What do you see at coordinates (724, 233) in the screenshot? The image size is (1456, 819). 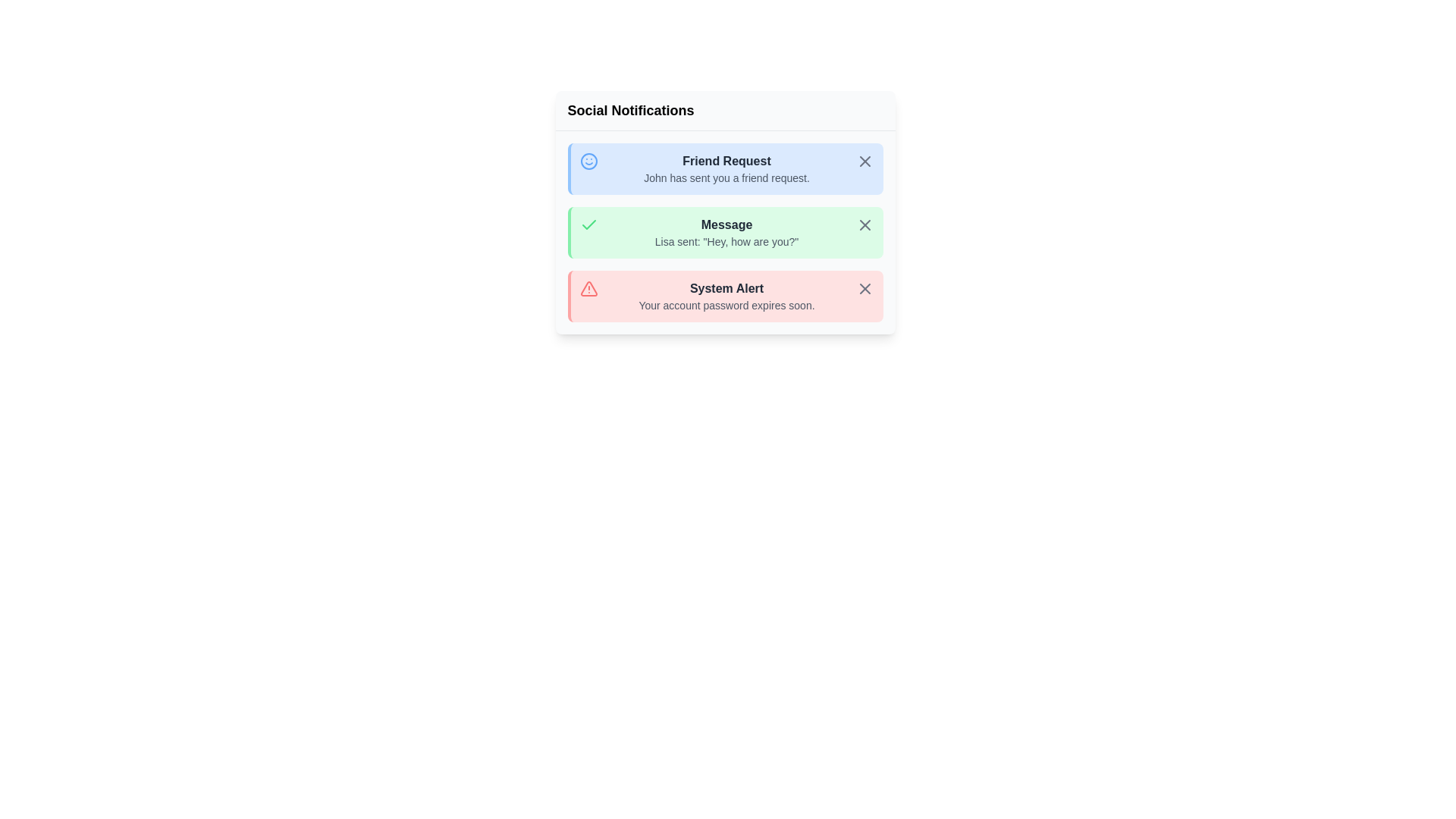 I see `the second notification in the 'Social Notifications' panel to focus or expand details` at bounding box center [724, 233].